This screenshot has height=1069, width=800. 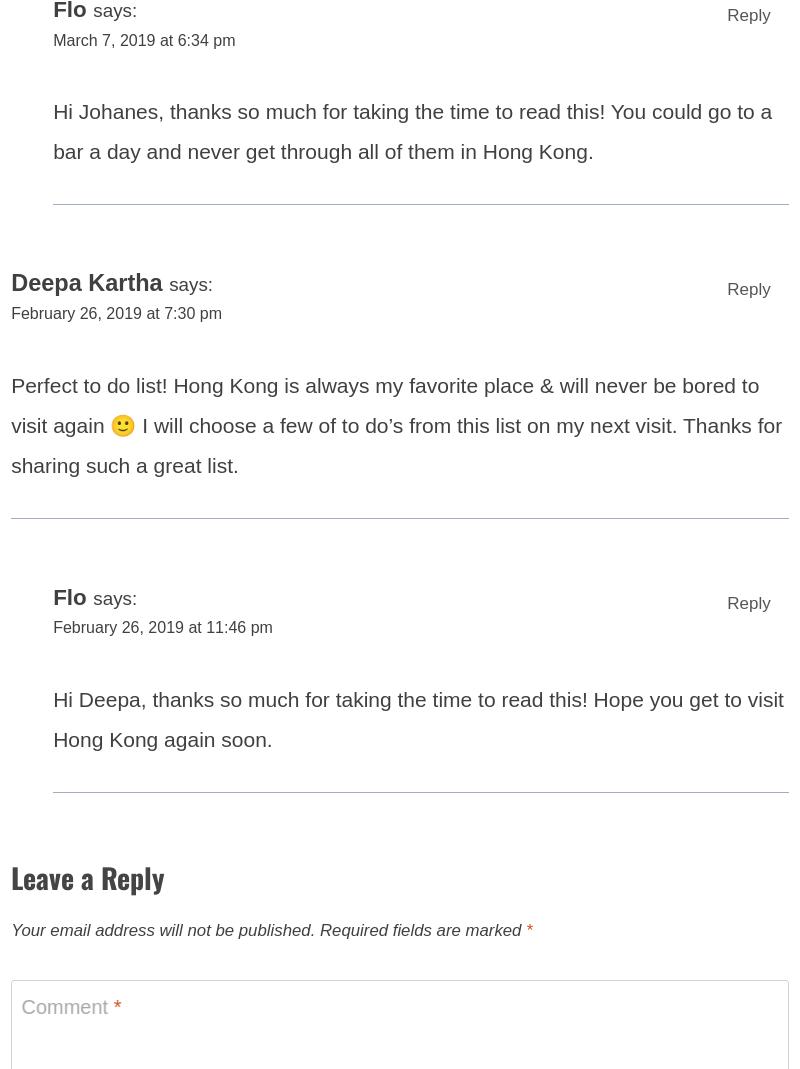 I want to click on 'Leave a Reply', so click(x=11, y=887).